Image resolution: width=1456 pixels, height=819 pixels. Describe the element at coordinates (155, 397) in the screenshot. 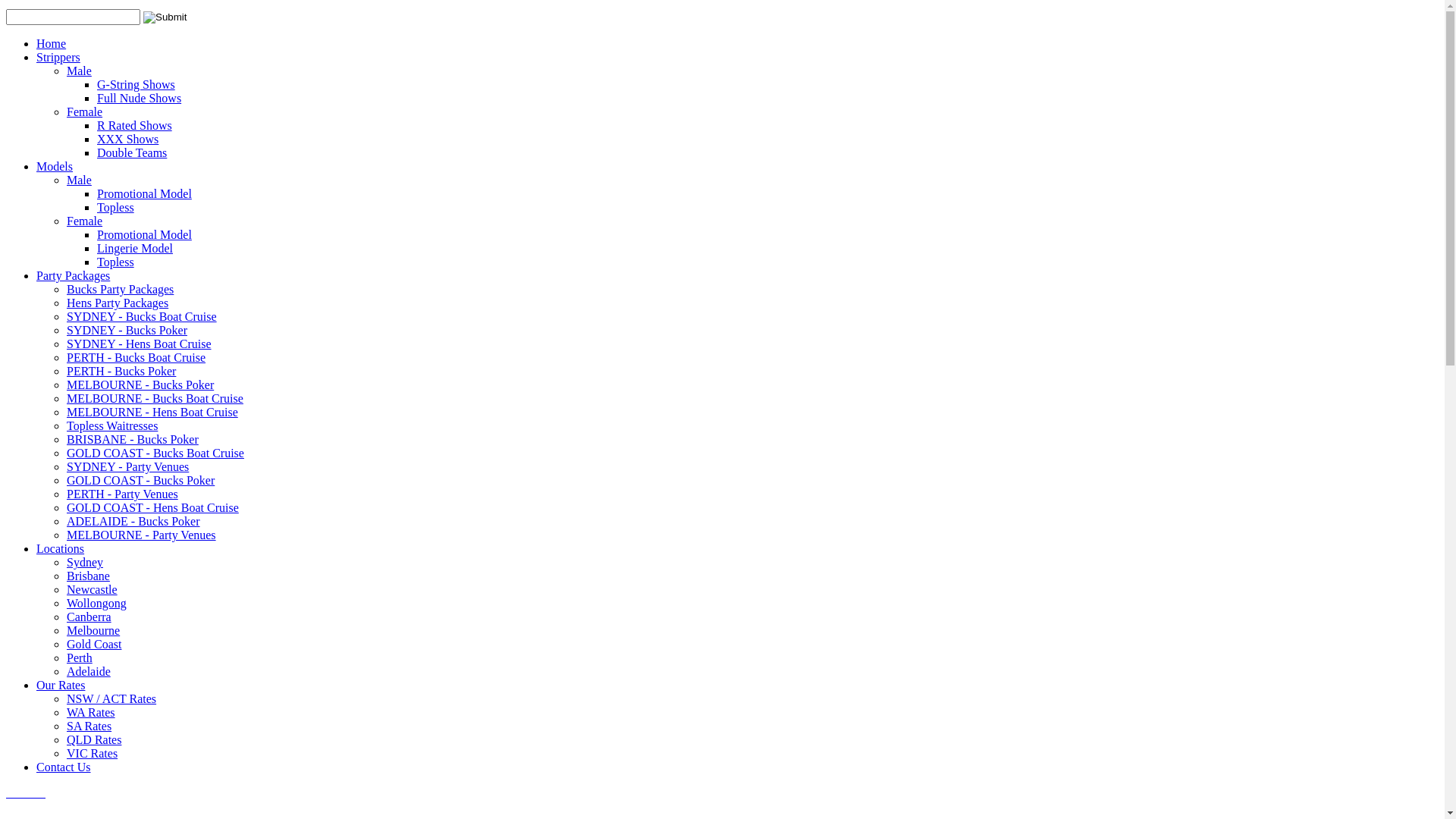

I see `'MELBOURNE - Bucks Boat Cruise'` at that location.